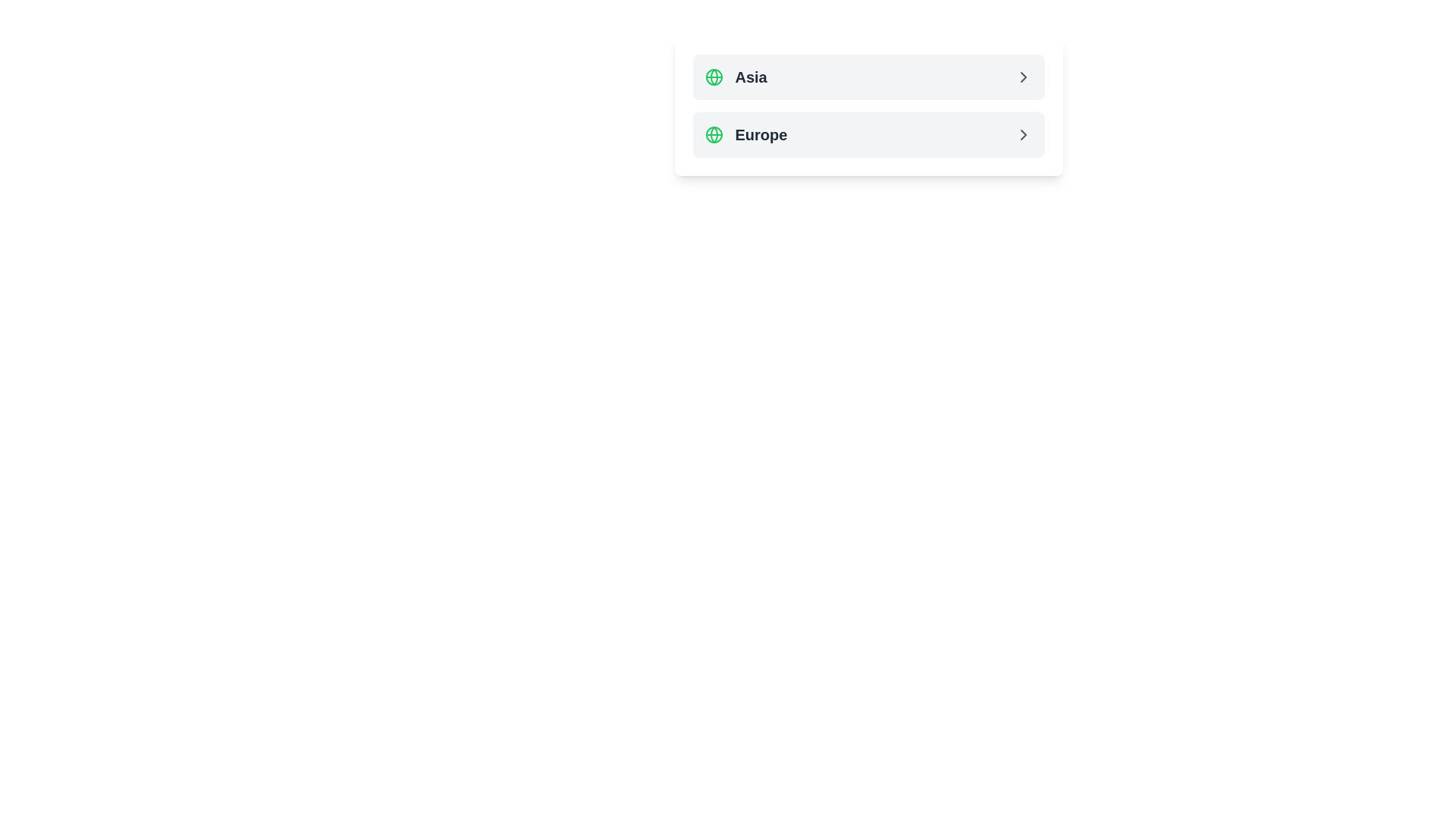 The image size is (1456, 819). Describe the element at coordinates (713, 133) in the screenshot. I see `the circular graphical component with a green stroke, part of the globe icon located to the left of the 'Asia' text in the top entry of a two-entry list` at that location.